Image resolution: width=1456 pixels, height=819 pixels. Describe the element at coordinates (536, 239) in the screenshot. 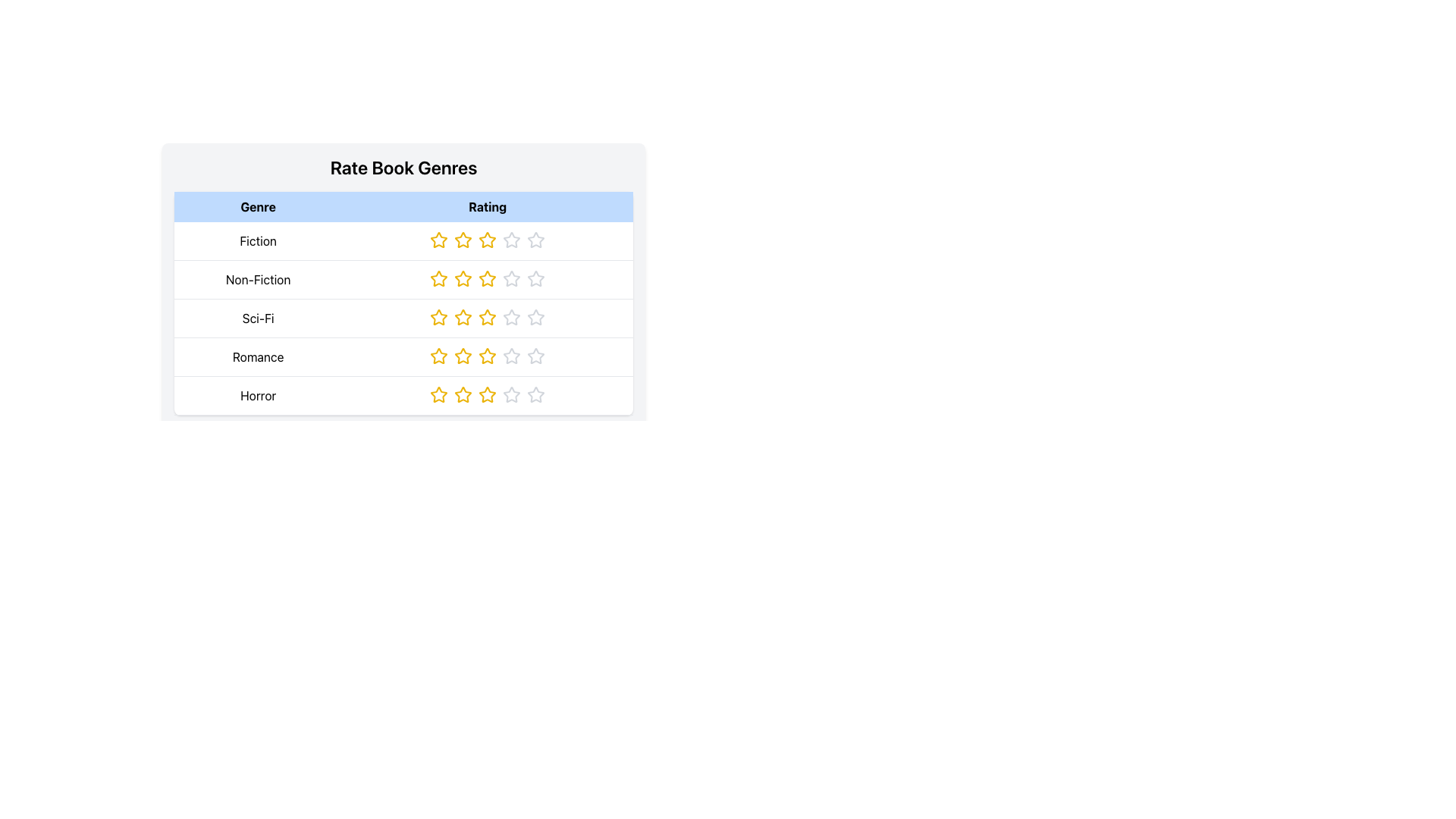

I see `the fifth star icon in the rating row for the category 'Fiction'` at that location.